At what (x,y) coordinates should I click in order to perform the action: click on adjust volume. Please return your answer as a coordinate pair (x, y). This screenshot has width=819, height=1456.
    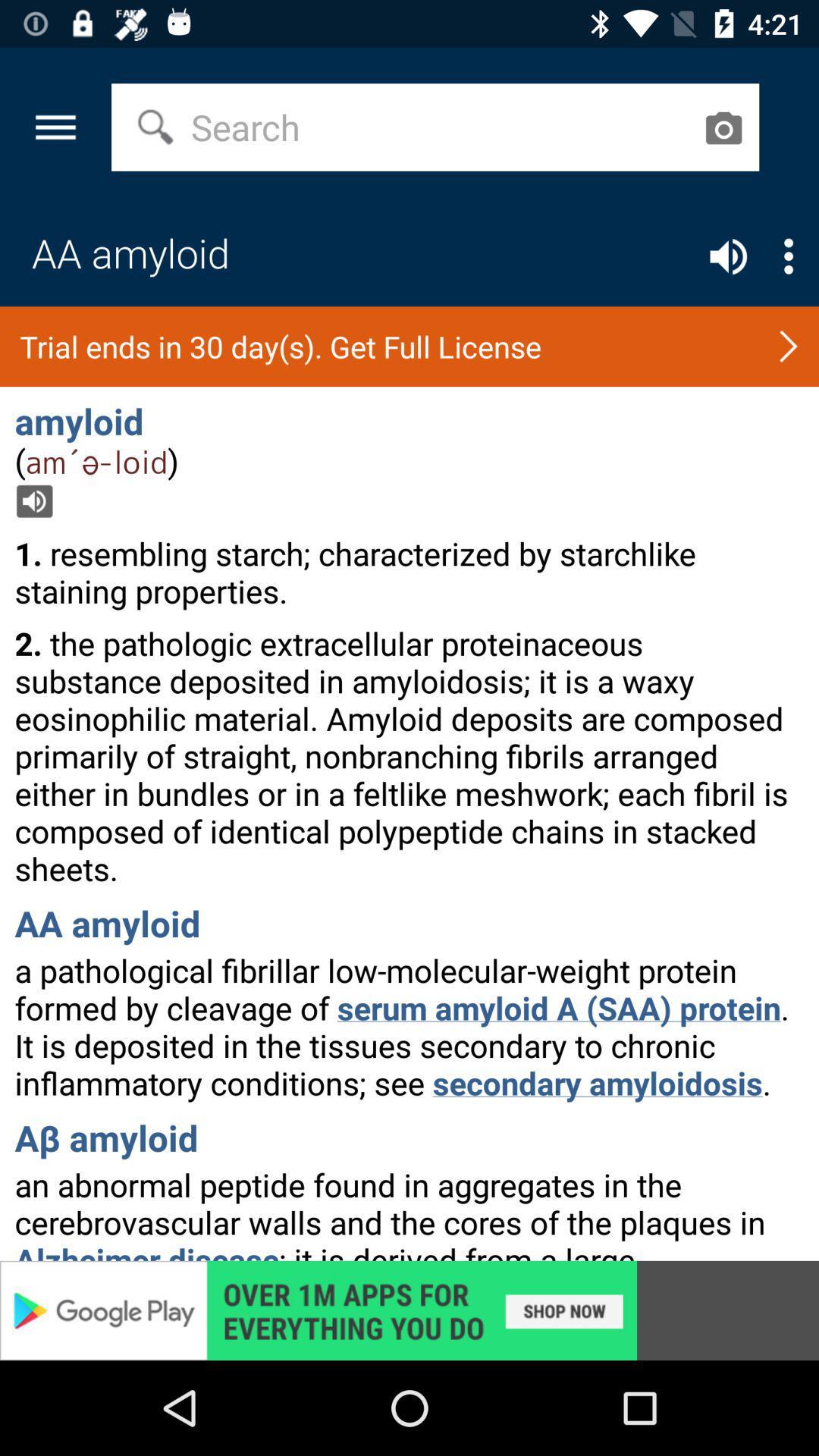
    Looking at the image, I should click on (727, 256).